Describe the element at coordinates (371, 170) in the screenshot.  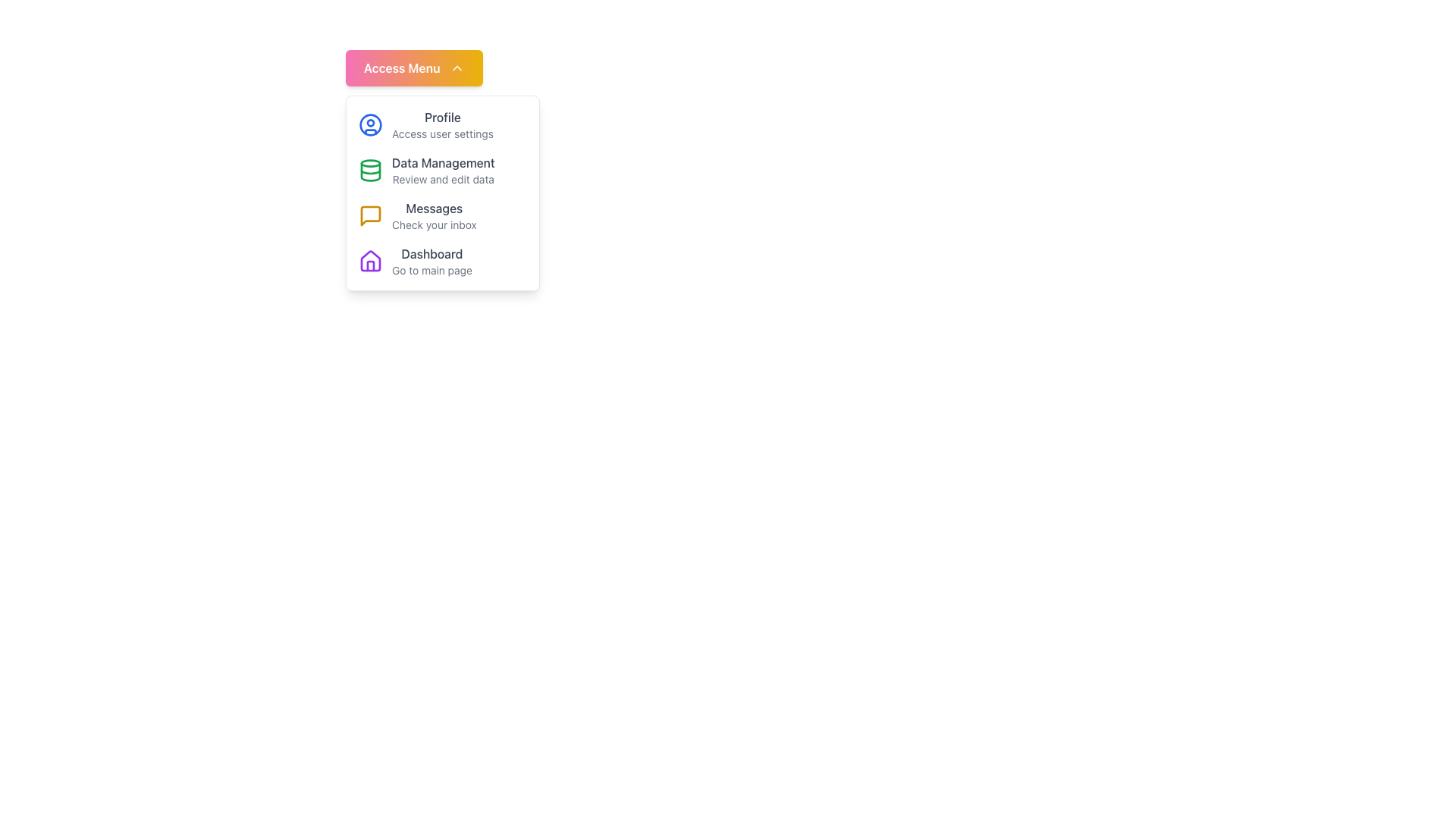
I see `the green database icon located in the Data Management section, positioned to the left of the 'Data Management' and 'Review and edit data' text` at that location.